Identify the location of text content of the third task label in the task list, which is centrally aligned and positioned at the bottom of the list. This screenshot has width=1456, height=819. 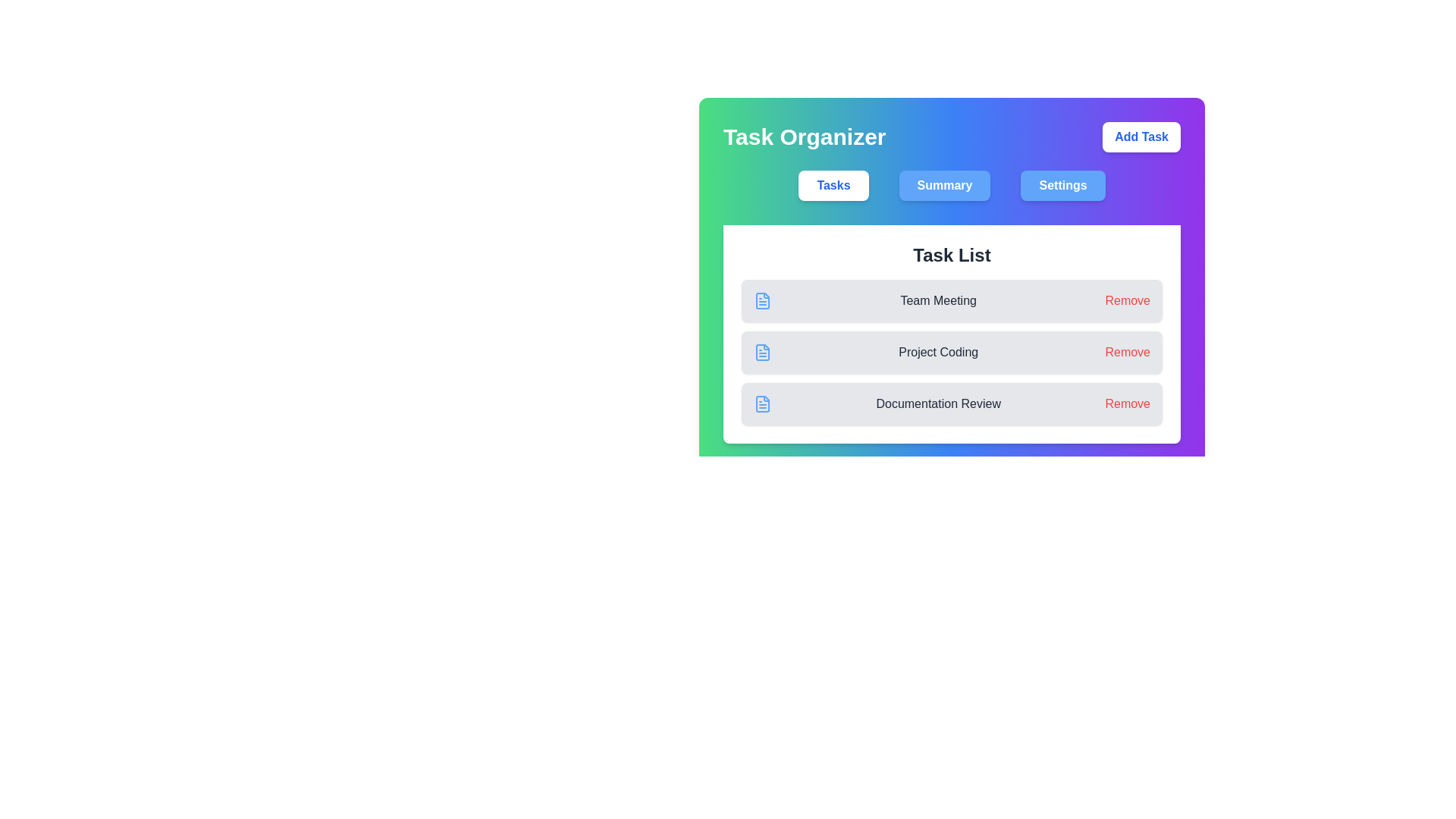
(937, 403).